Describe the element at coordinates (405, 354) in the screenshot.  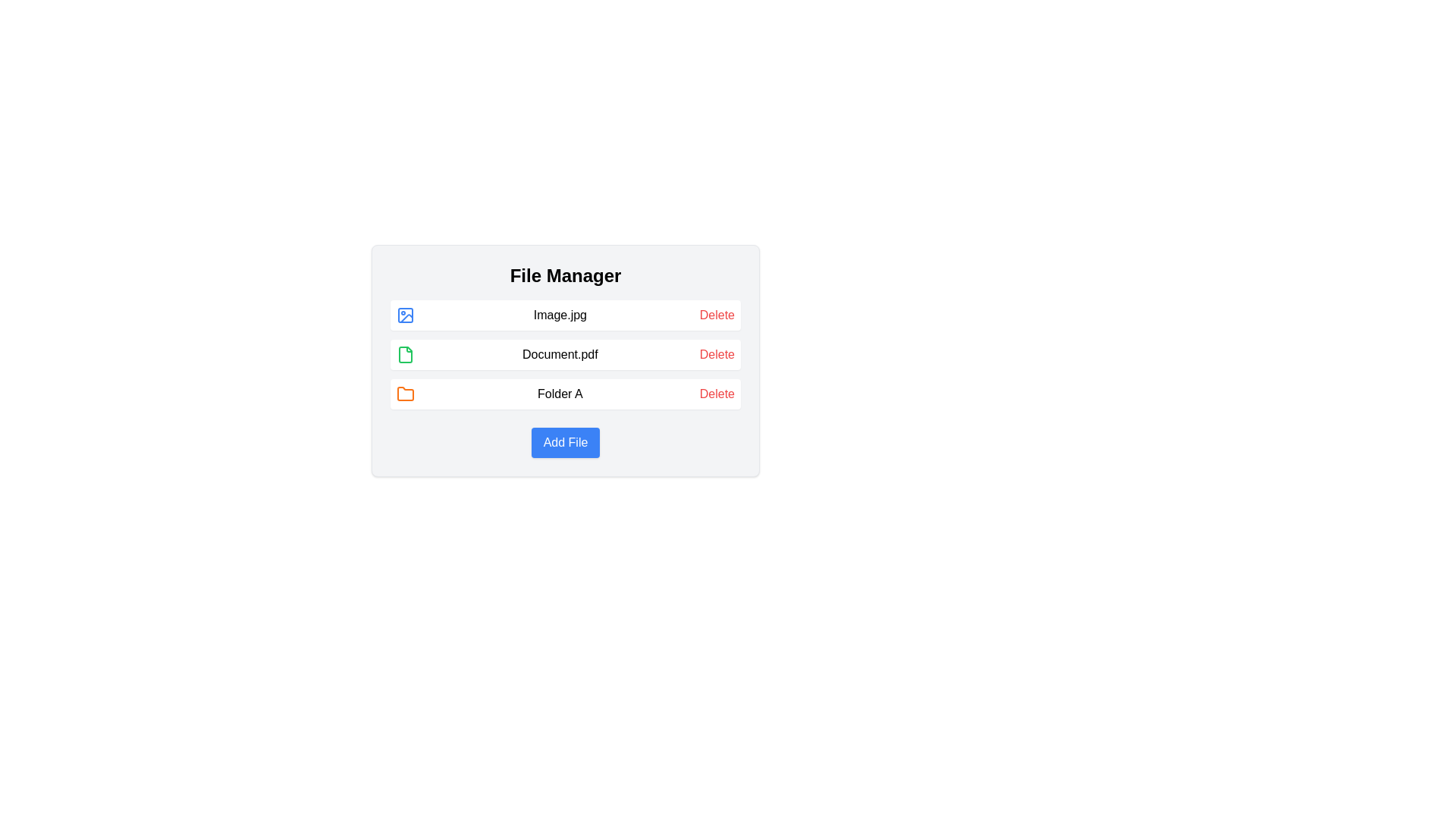
I see `the green file icon` at that location.